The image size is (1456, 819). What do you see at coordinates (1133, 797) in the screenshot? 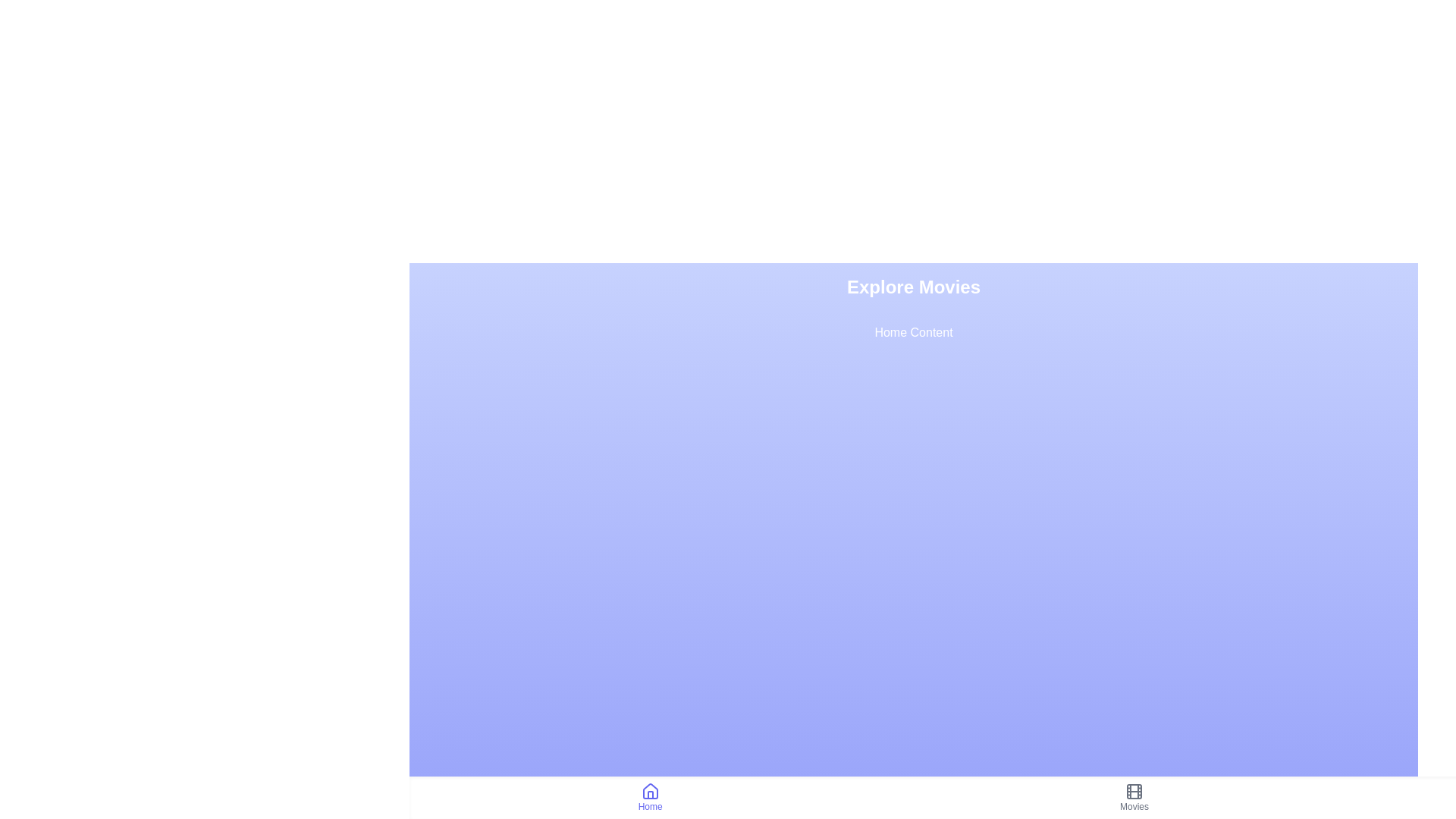
I see `the 'Movies' button, which is a light gray button with a film reel icon above the text label 'Movies', located centrally at the bottom of the interface between 'Home' and 'Profiles'` at bounding box center [1133, 797].